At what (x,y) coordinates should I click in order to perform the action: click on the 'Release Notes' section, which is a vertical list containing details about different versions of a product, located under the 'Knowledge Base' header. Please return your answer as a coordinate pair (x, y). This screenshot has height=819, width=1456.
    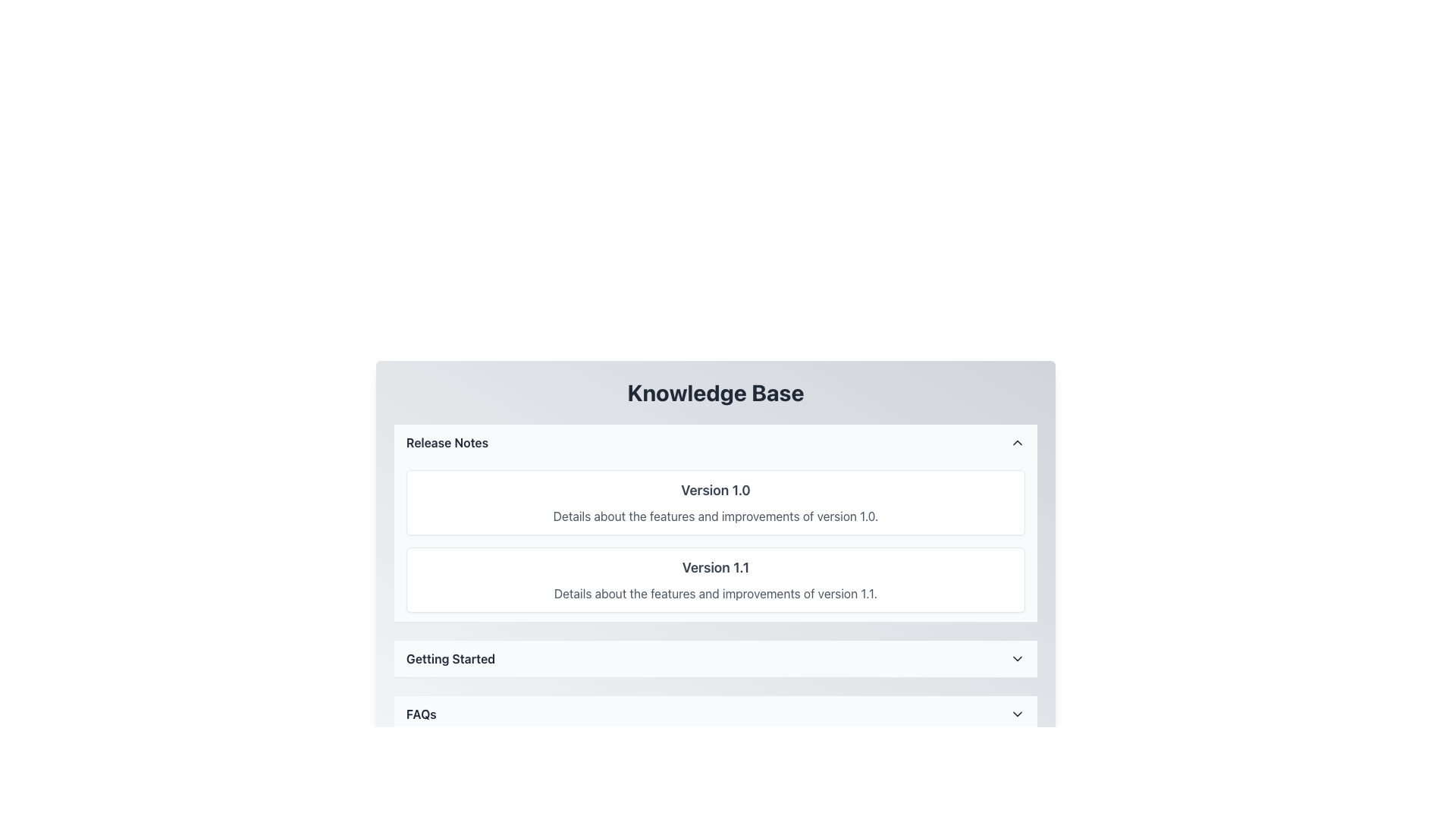
    Looking at the image, I should click on (715, 579).